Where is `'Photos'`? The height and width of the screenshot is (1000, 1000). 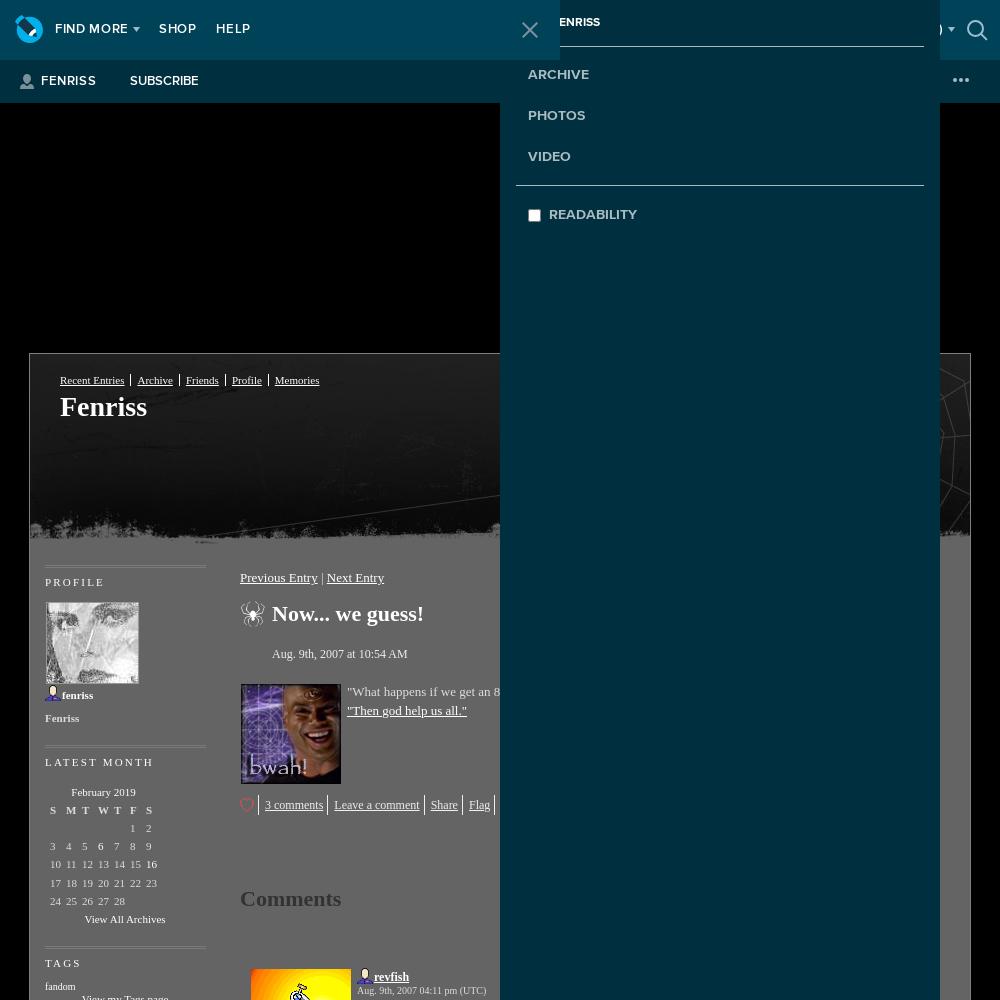 'Photos' is located at coordinates (556, 114).